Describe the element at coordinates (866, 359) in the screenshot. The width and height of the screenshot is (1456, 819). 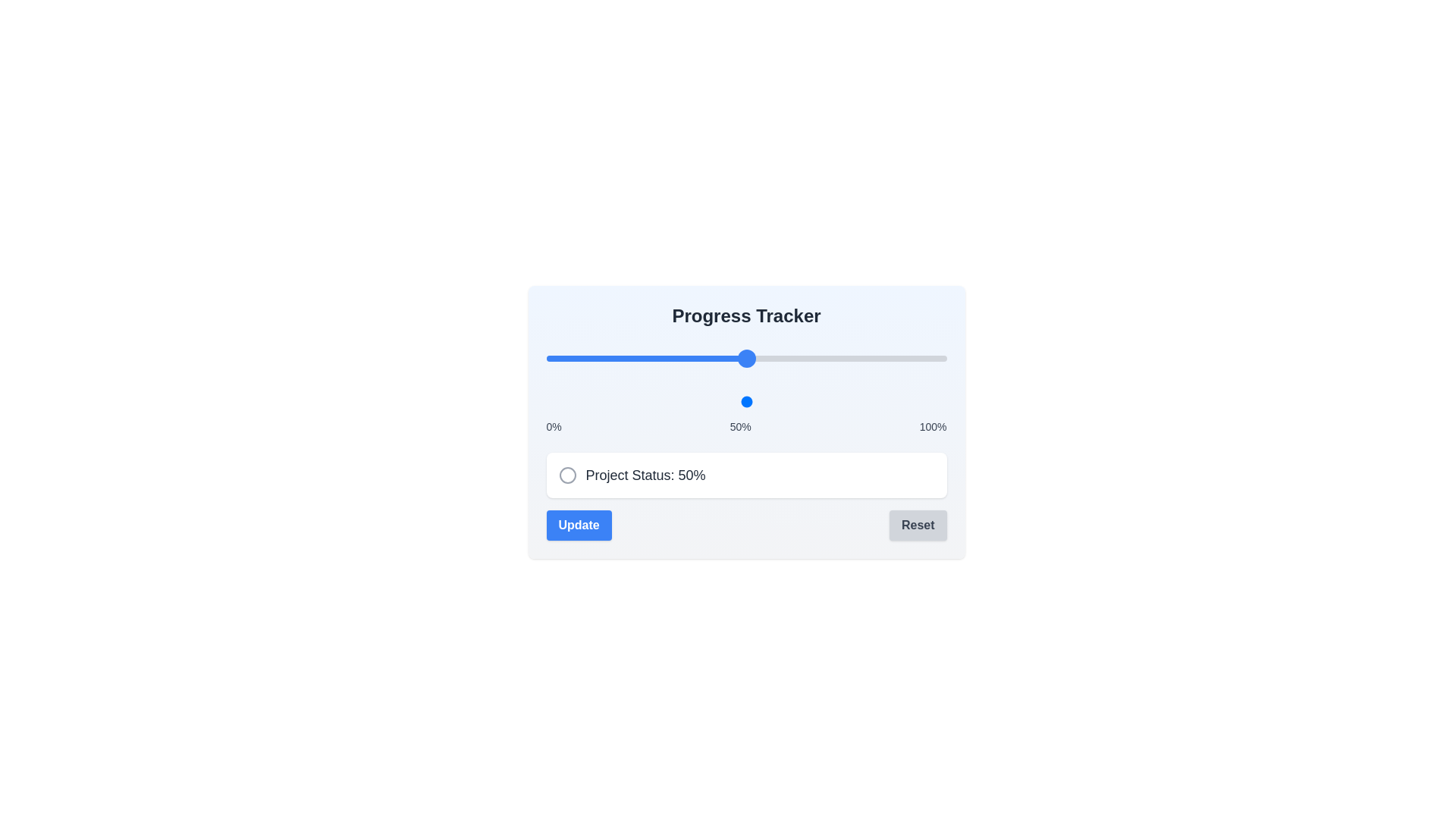
I see `the progress slider to set the progress to 80%` at that location.